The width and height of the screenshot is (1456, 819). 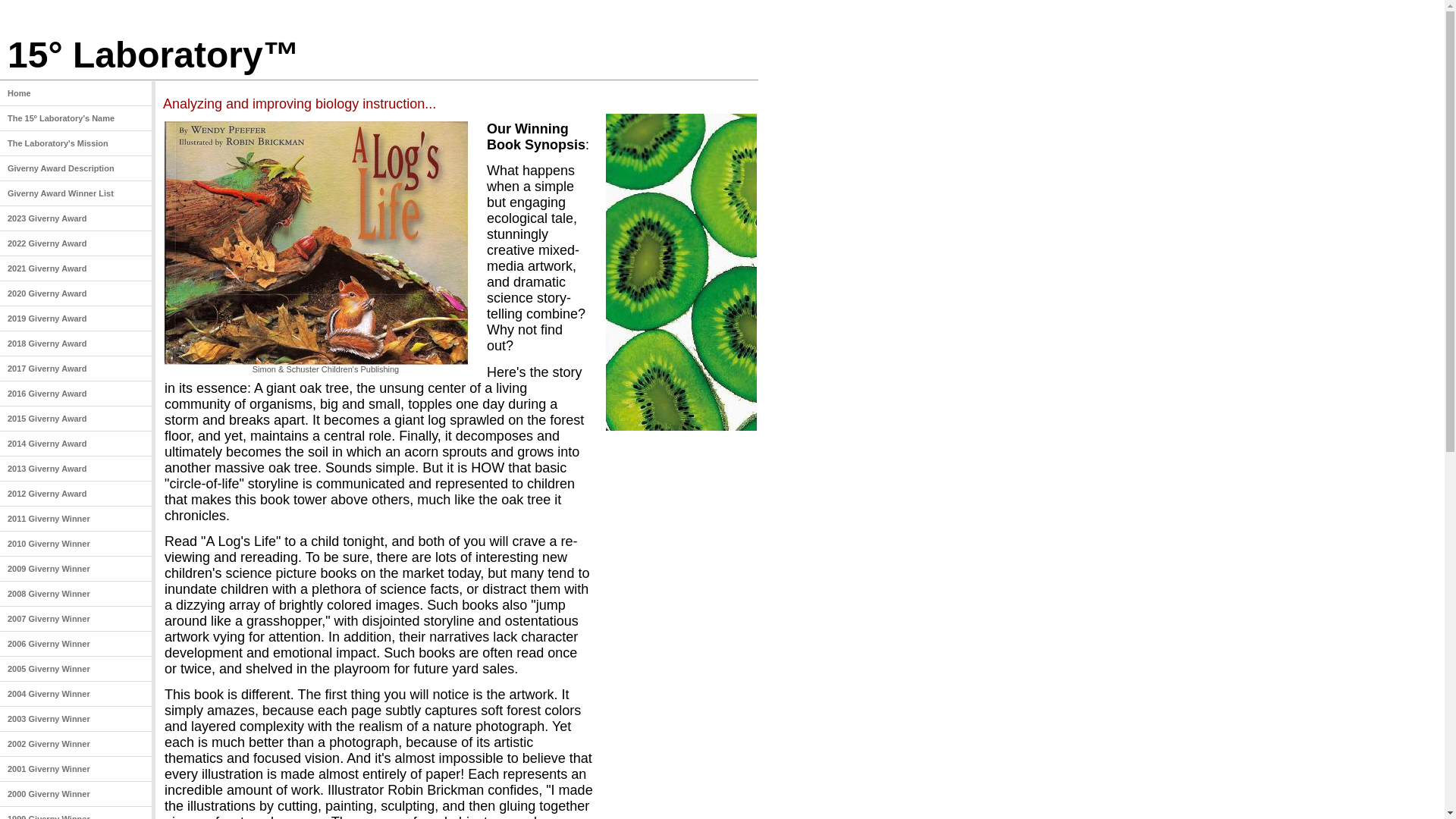 I want to click on 'Giverny Award Winner List', so click(x=75, y=193).